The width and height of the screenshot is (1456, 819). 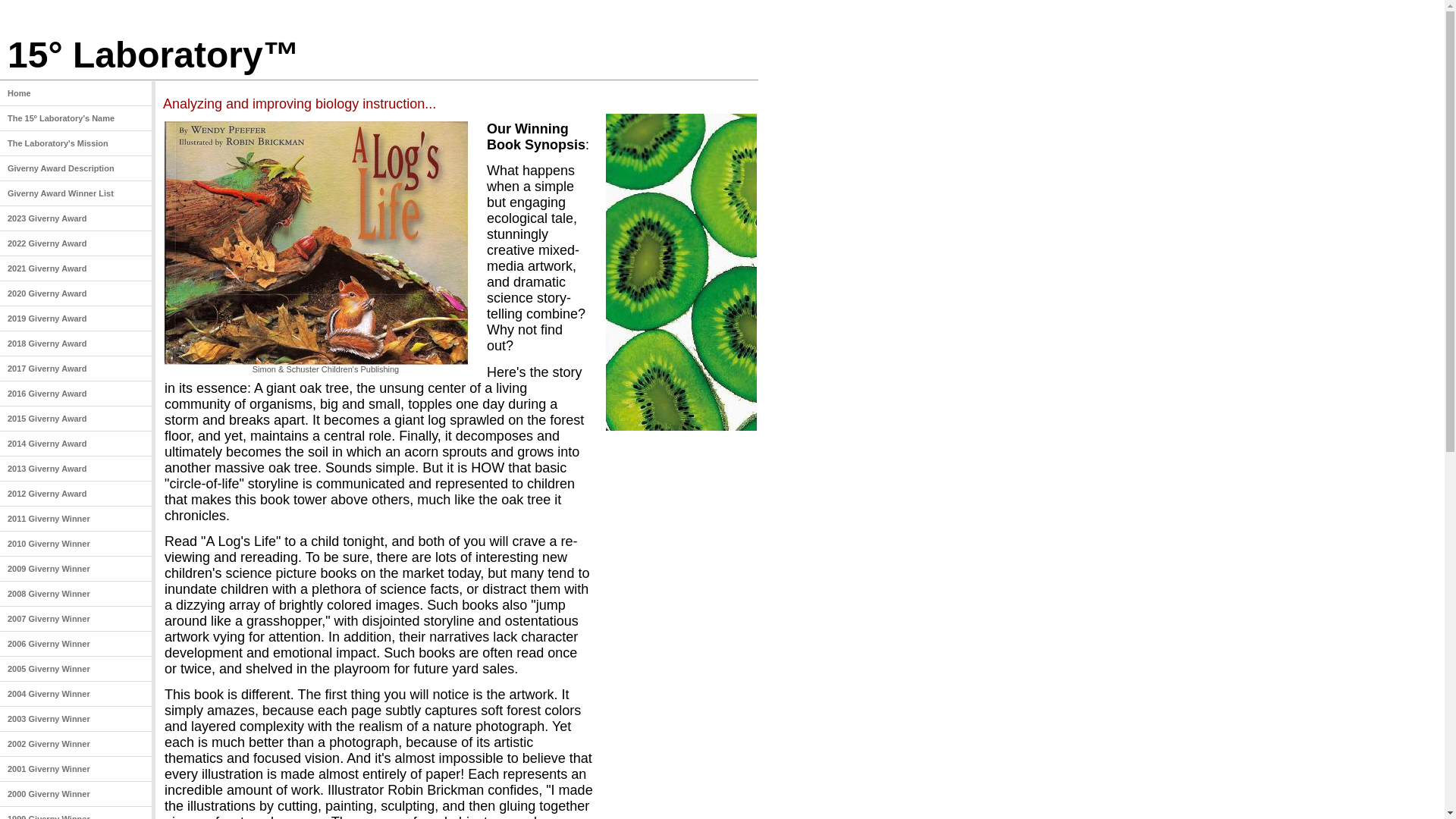 I want to click on 'Giverny Award Winner List', so click(x=75, y=193).